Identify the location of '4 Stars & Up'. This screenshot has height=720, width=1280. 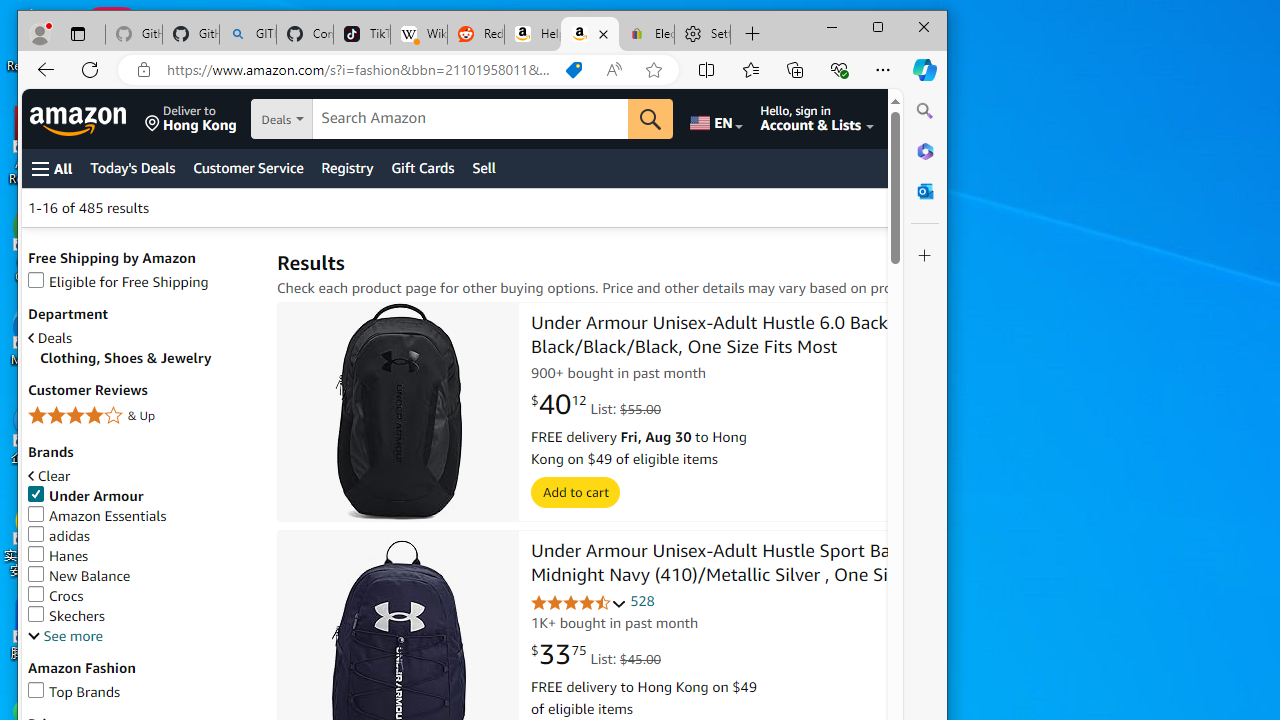
(141, 415).